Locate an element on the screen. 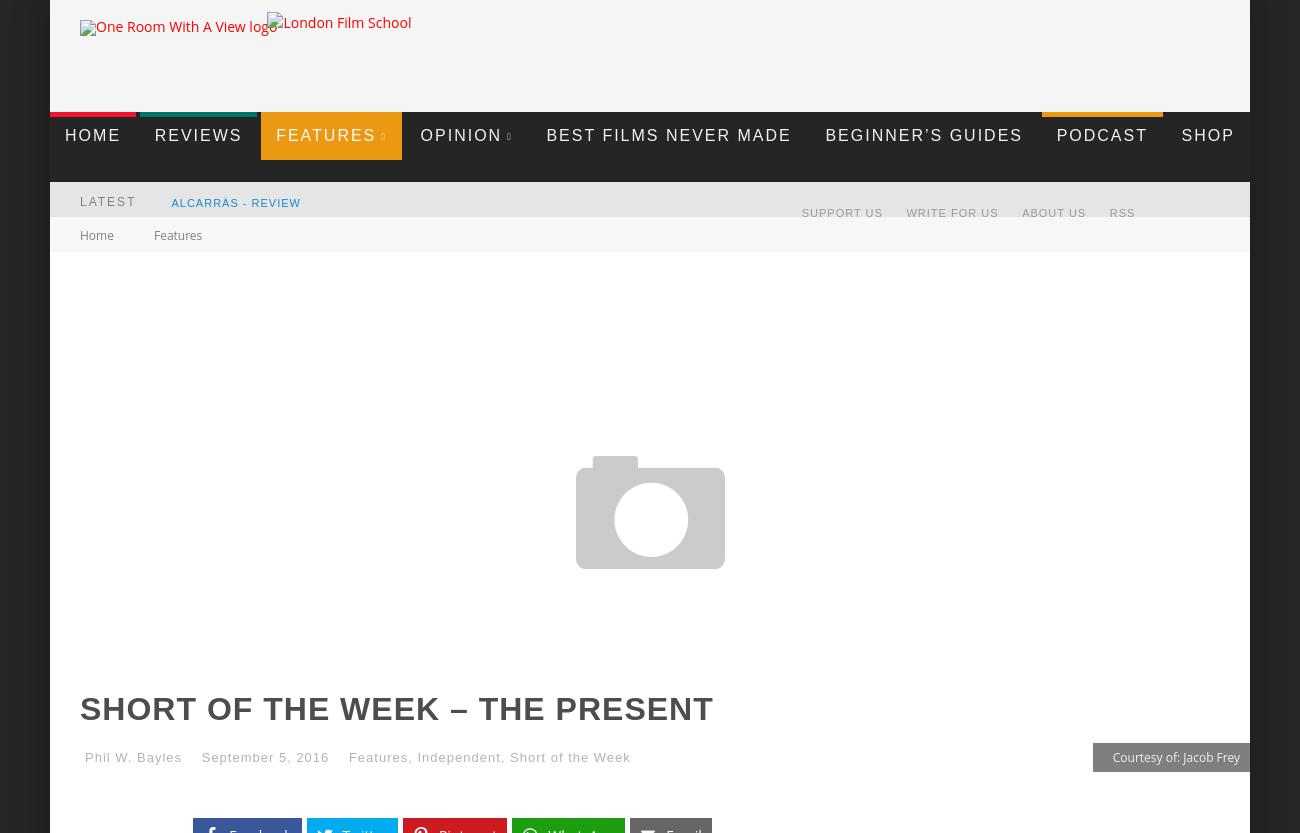 The height and width of the screenshot is (833, 1300). 'Independent' is located at coordinates (457, 756).